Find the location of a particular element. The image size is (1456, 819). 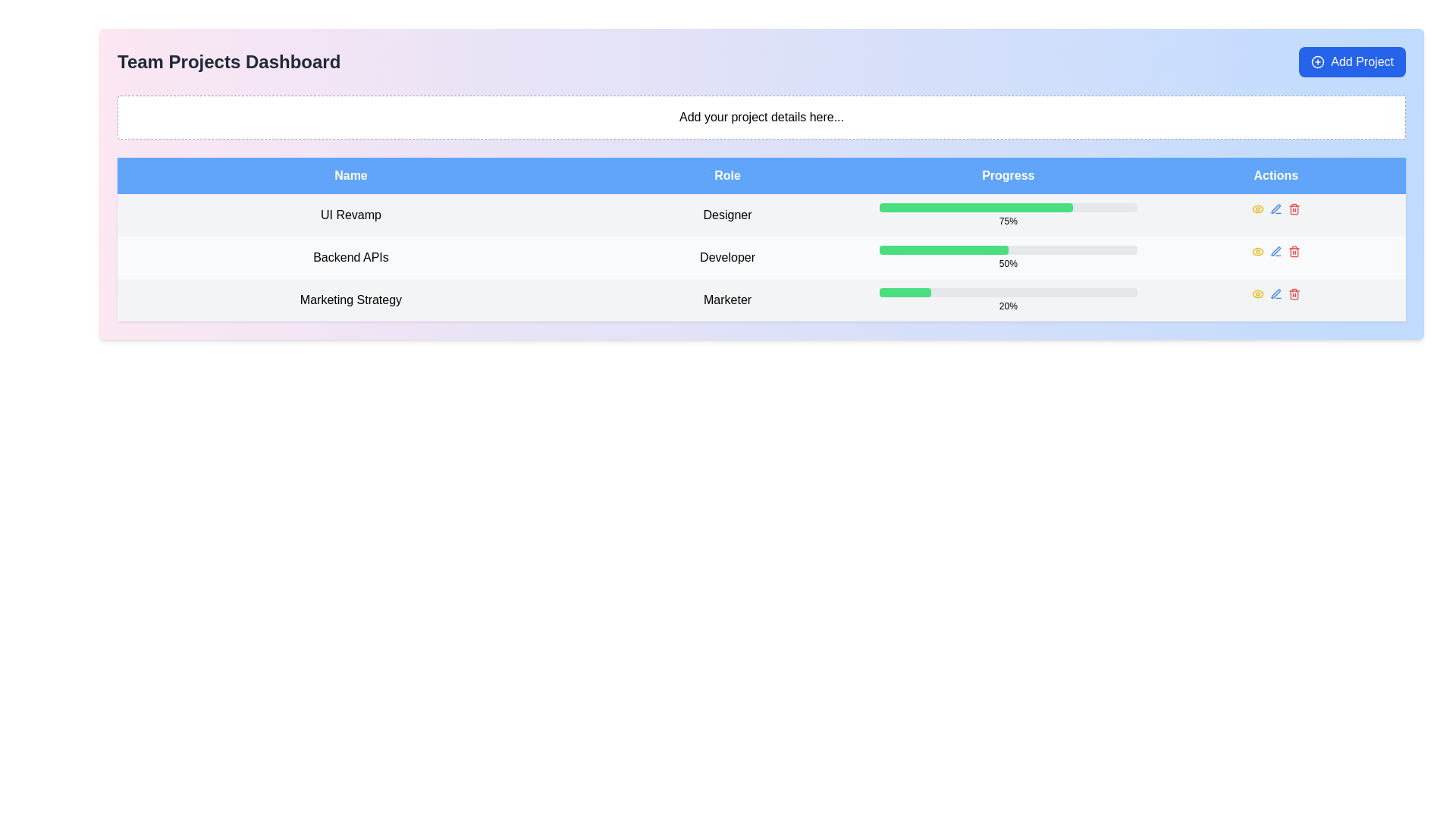

the progress bar with the percentage indicator for the 'Marketing Strategy' project in the 'Progress' column of the 'Team Projects Dashboard' is located at coordinates (1008, 300).